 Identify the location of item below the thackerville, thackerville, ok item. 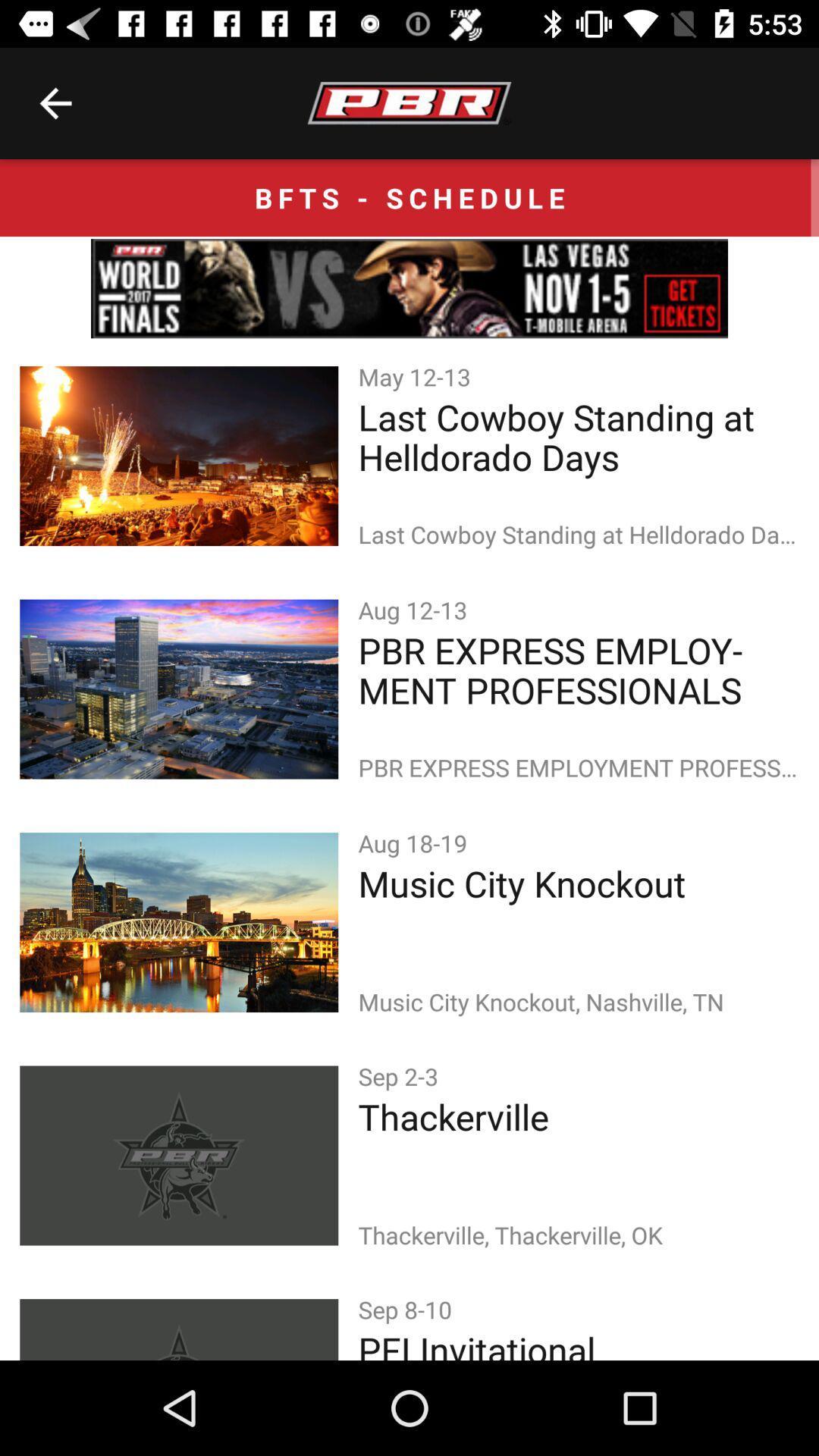
(407, 1308).